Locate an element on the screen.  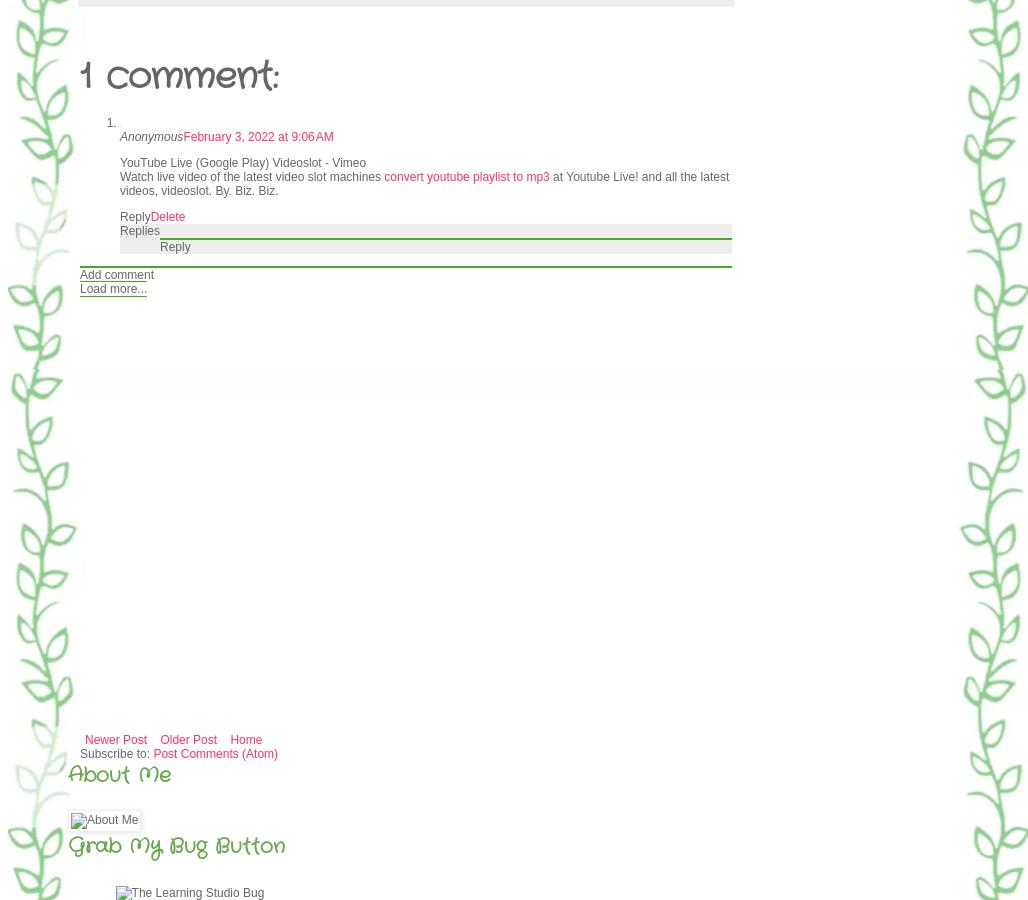
'YouTube Live (Google Play) Videoslot - Vimeo' is located at coordinates (242, 162).